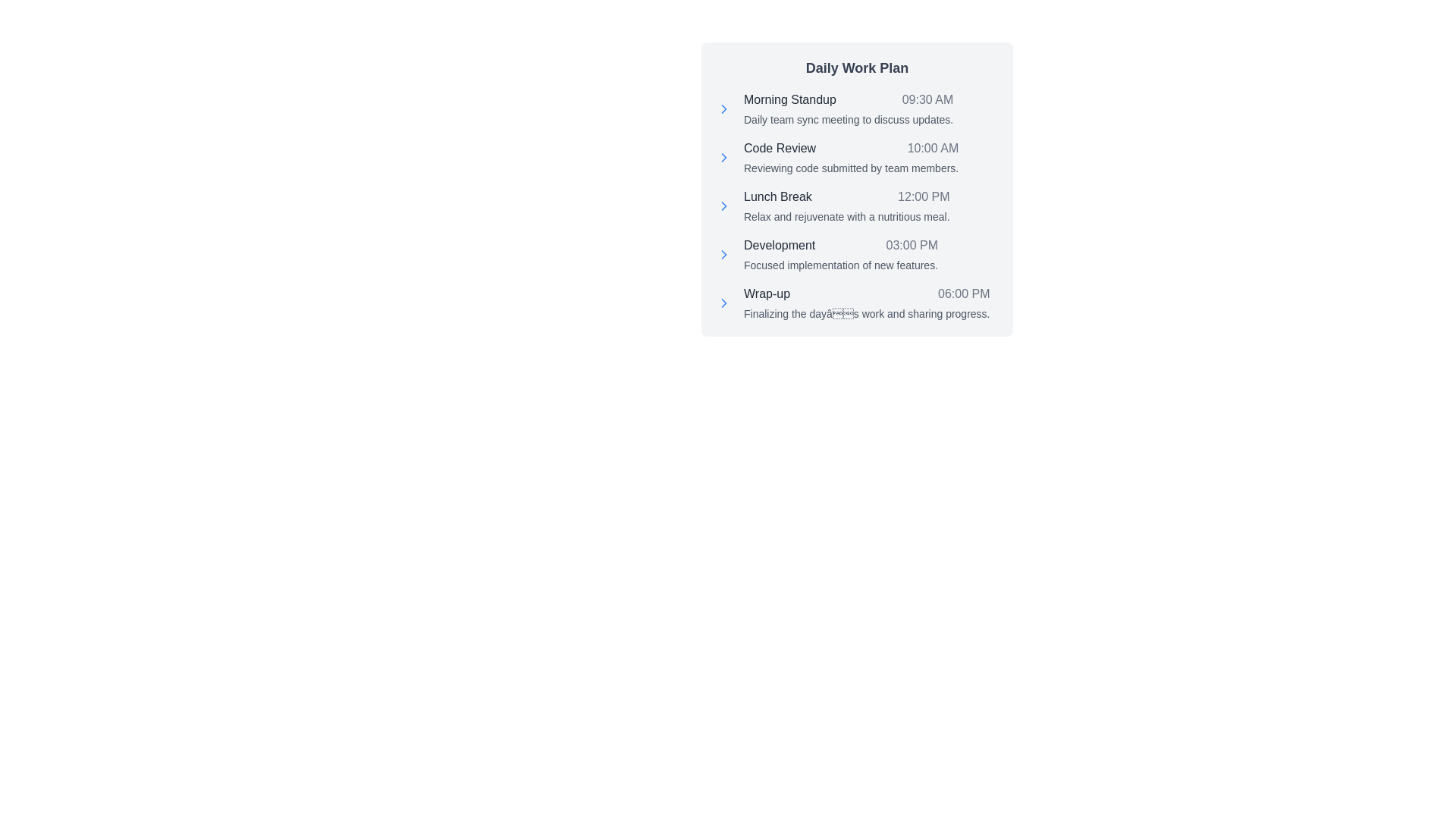  What do you see at coordinates (723, 303) in the screenshot?
I see `the leading icon for the 'Wrap-up' item located at the bottom of the list in the panel` at bounding box center [723, 303].